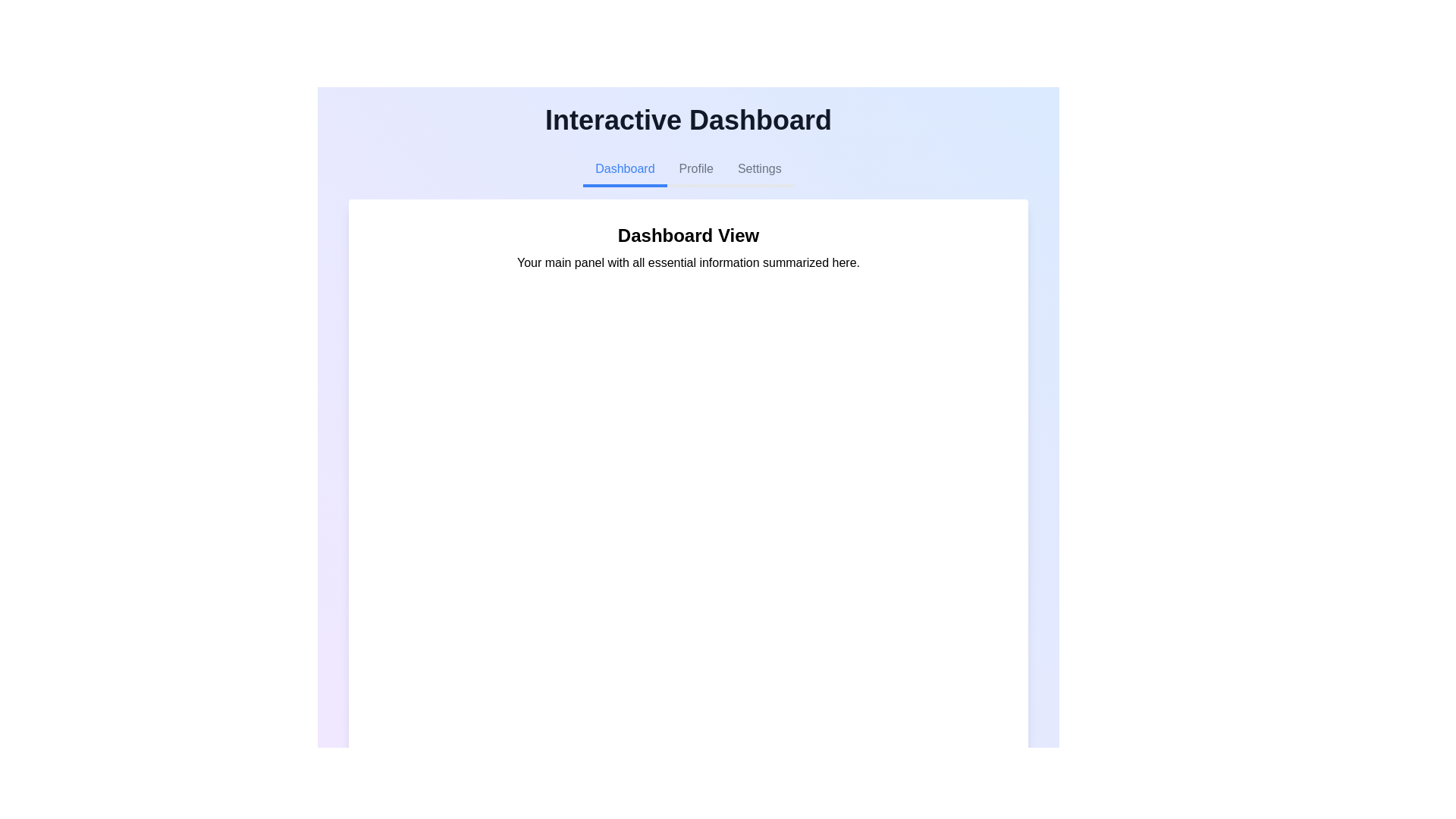  Describe the element at coordinates (687, 262) in the screenshot. I see `the text element containing 'Your main panel with all essential information summarized here.' positioned directly beneath 'Dashboard View.'` at that location.